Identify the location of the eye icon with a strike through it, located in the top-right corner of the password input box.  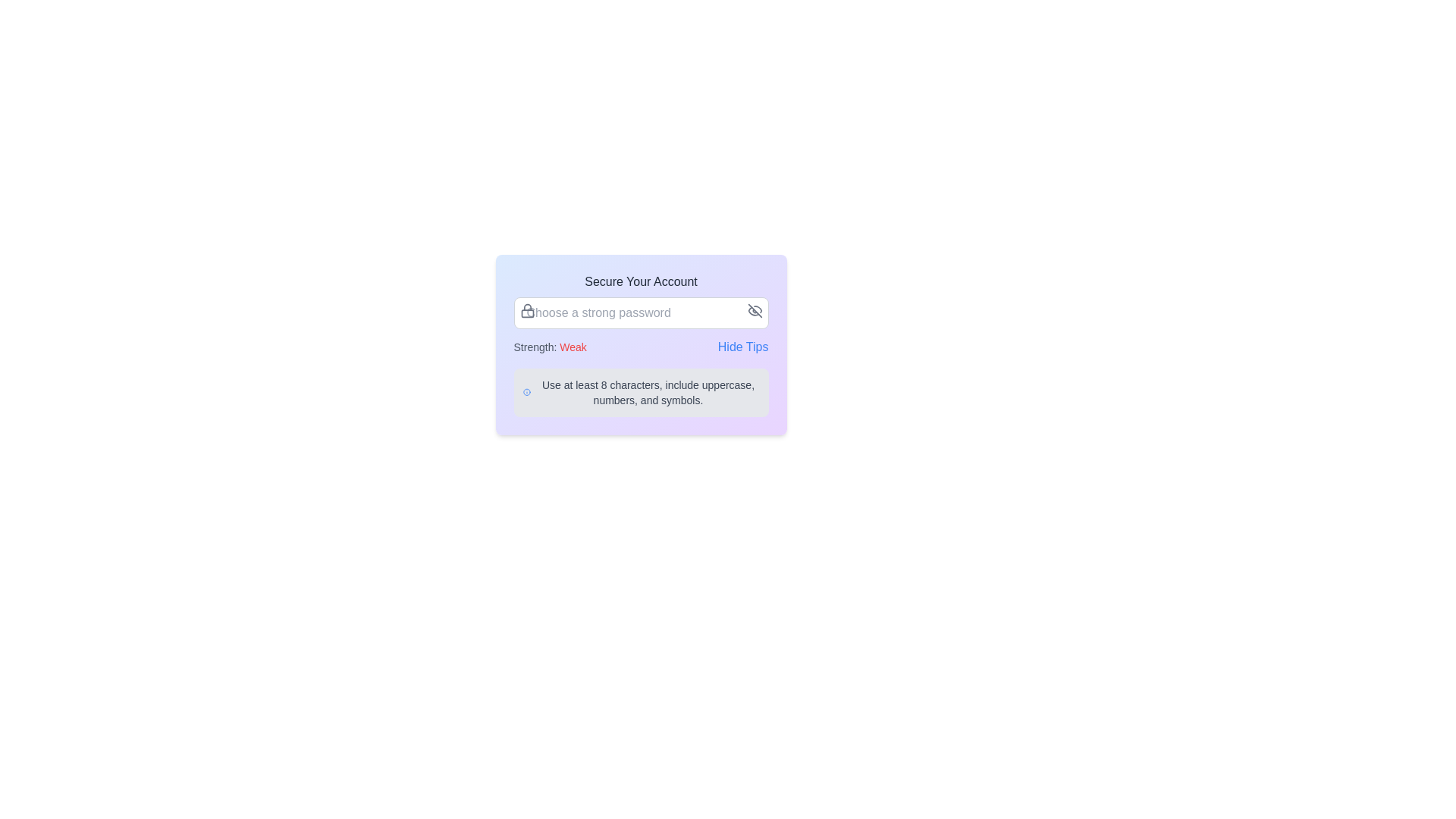
(755, 309).